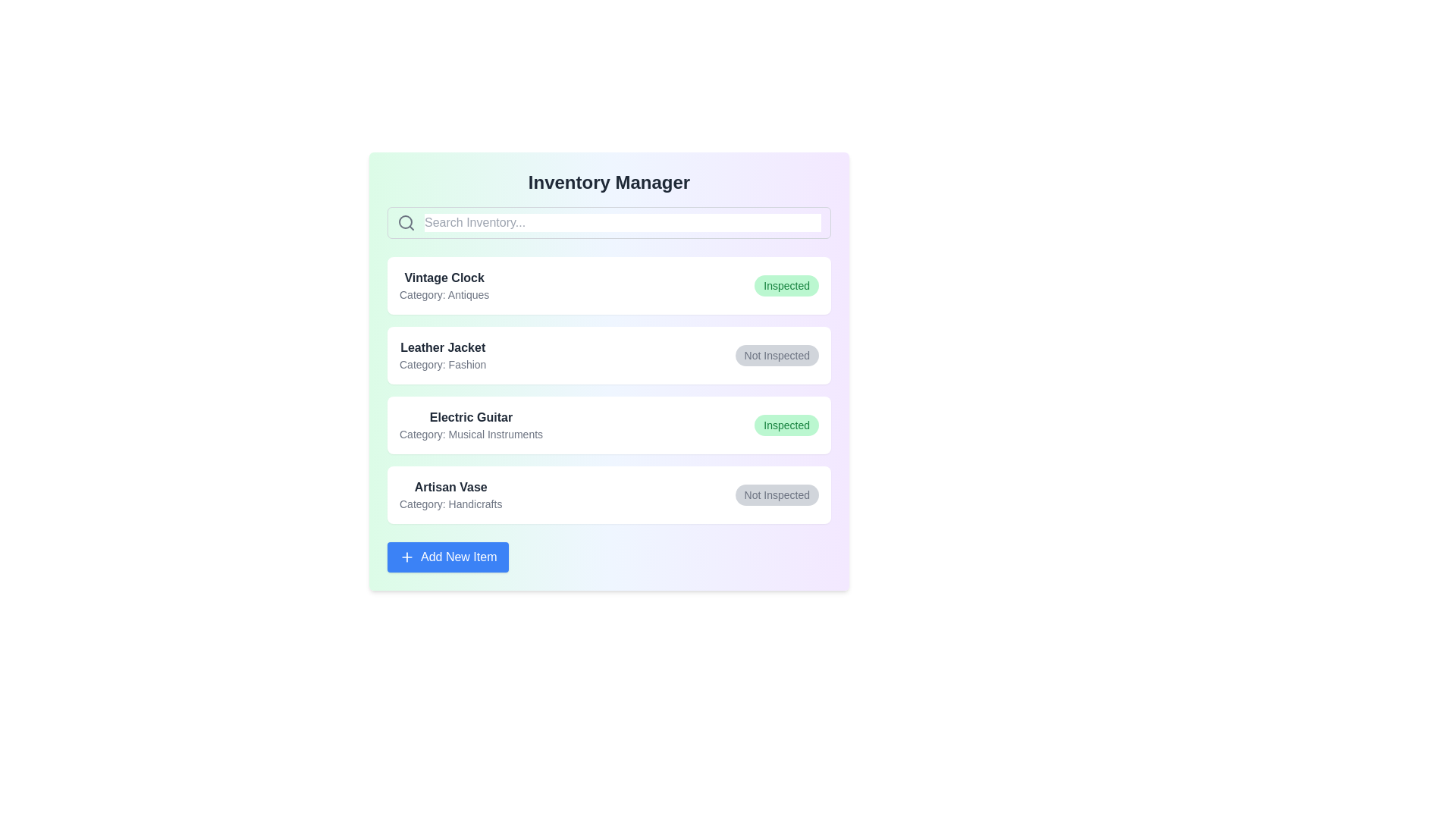  What do you see at coordinates (609, 356) in the screenshot?
I see `the item Leather Jacket to explore its hover effects` at bounding box center [609, 356].